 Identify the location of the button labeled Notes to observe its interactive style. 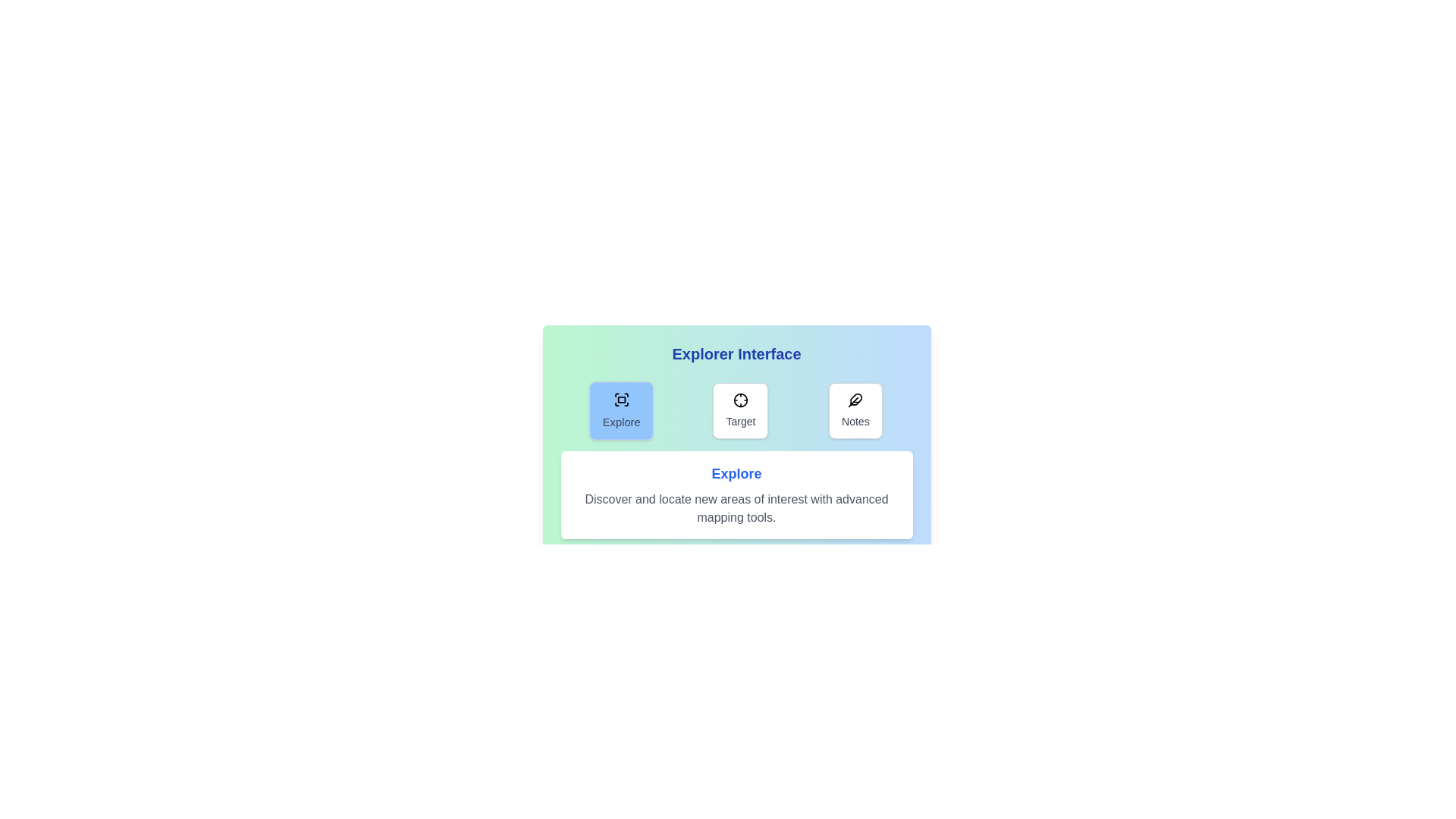
(855, 411).